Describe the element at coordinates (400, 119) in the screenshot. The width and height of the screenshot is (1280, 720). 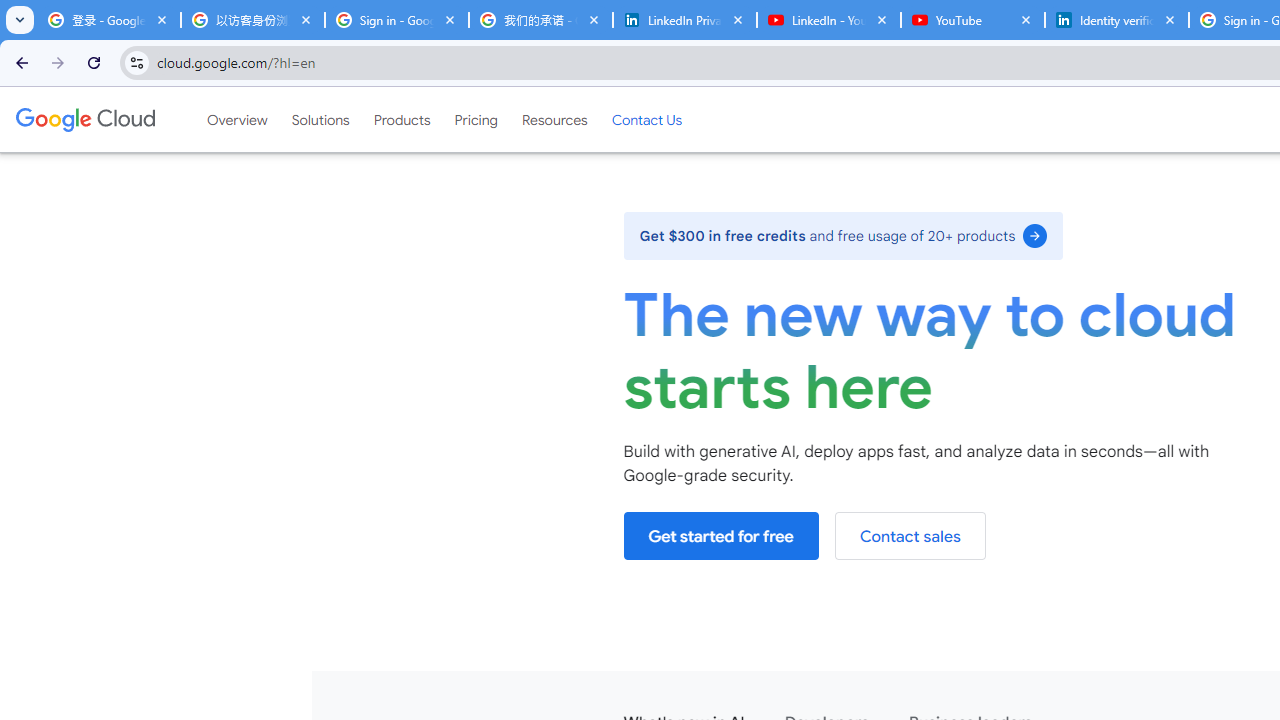
I see `'Products'` at that location.